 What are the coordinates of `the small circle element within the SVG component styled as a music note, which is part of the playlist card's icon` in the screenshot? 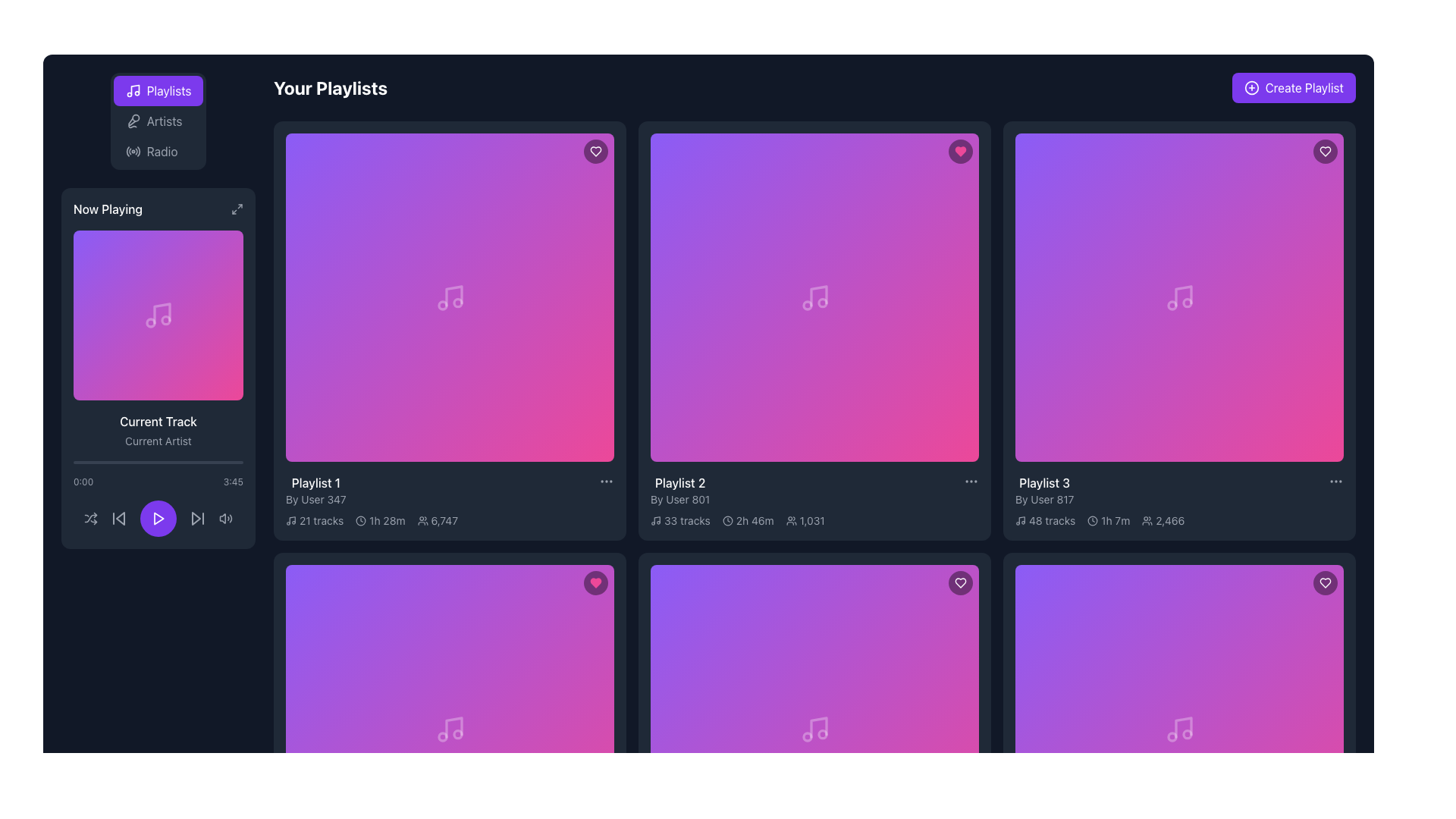 It's located at (821, 303).